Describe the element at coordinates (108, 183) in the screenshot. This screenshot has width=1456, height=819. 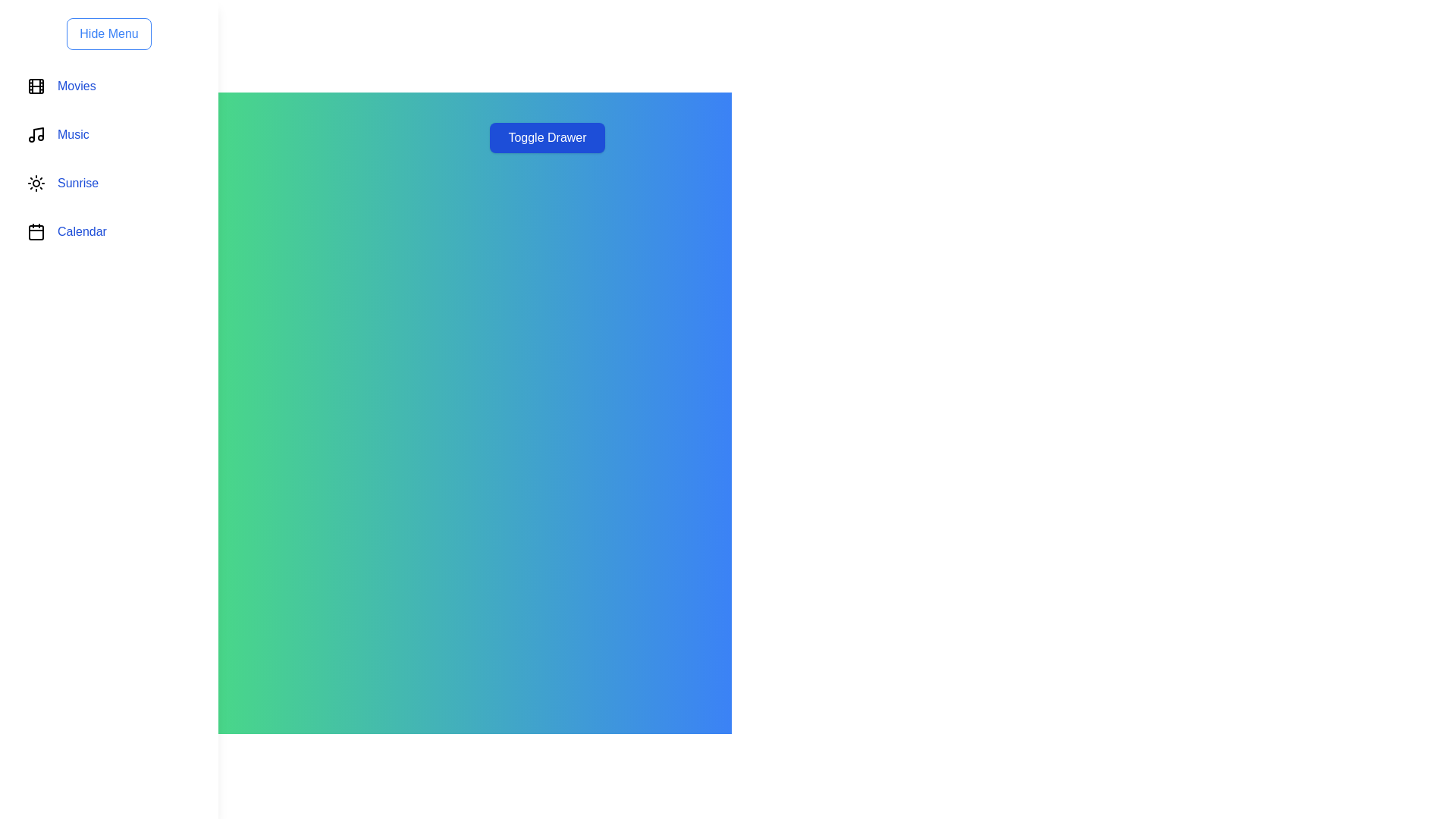
I see `the menu item labeled Sunrise to observe its hover effect` at that location.